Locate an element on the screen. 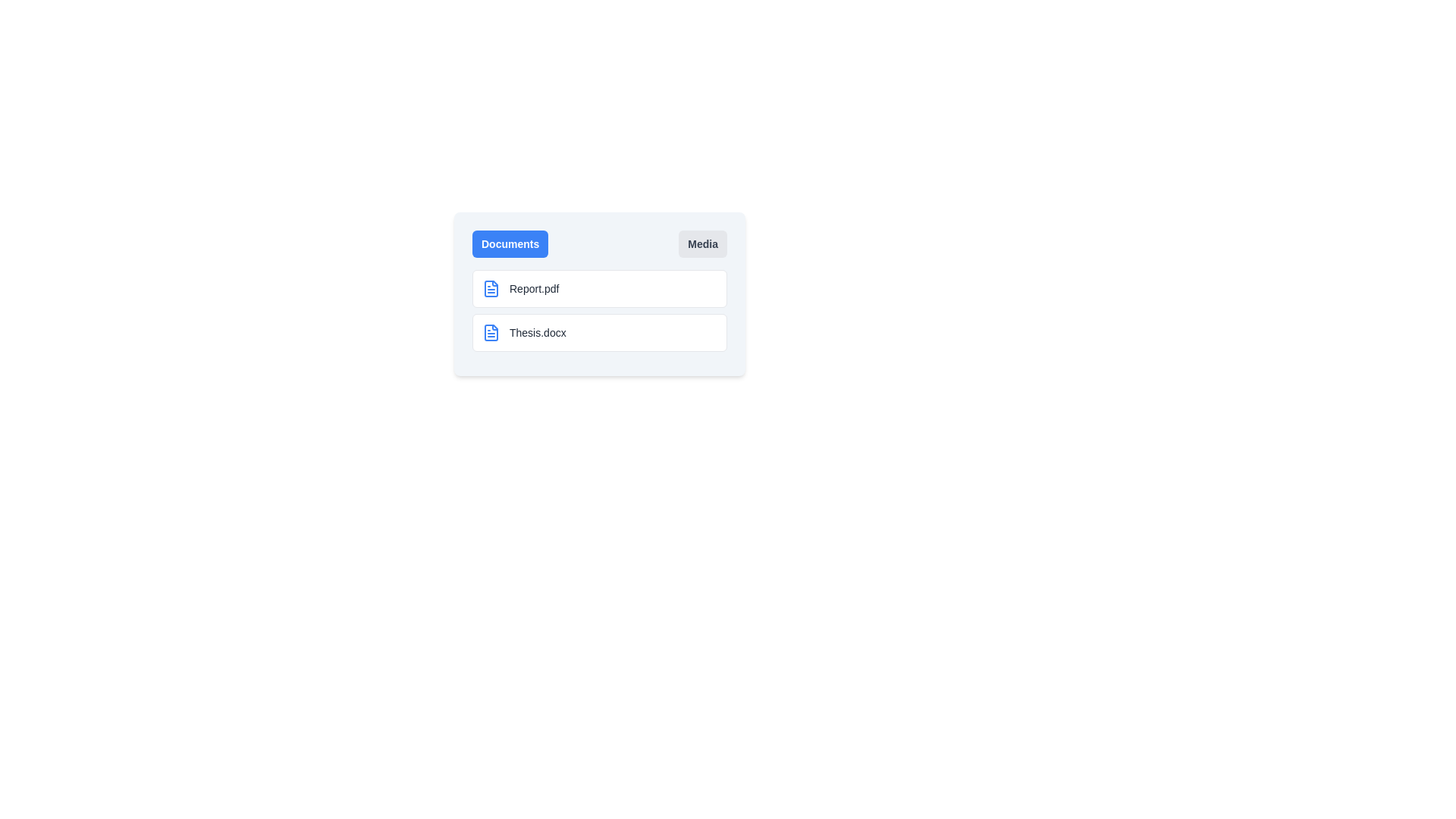 This screenshot has width=1456, height=819. the 'Documents' button, which is a prominent blue button with white text is located at coordinates (510, 243).